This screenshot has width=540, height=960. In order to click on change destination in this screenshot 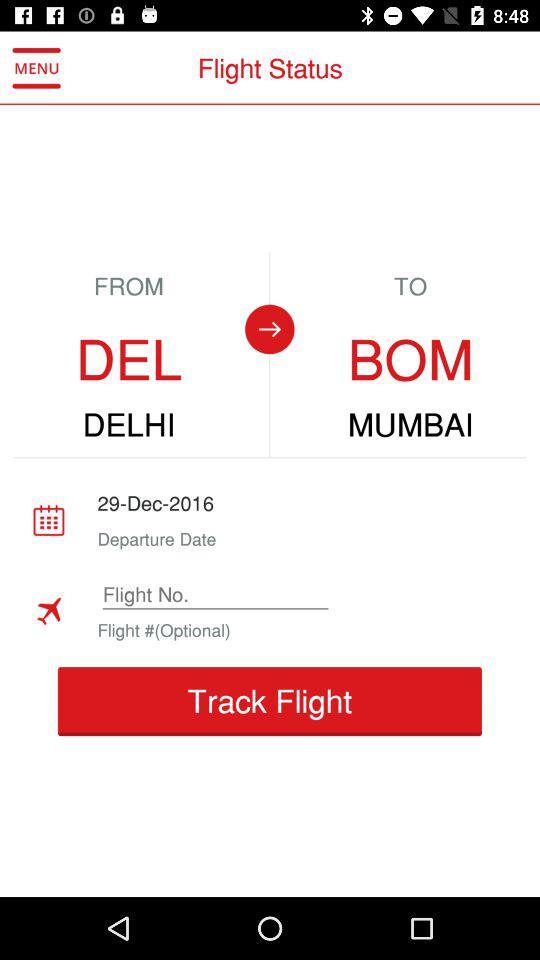, I will do `click(269, 329)`.